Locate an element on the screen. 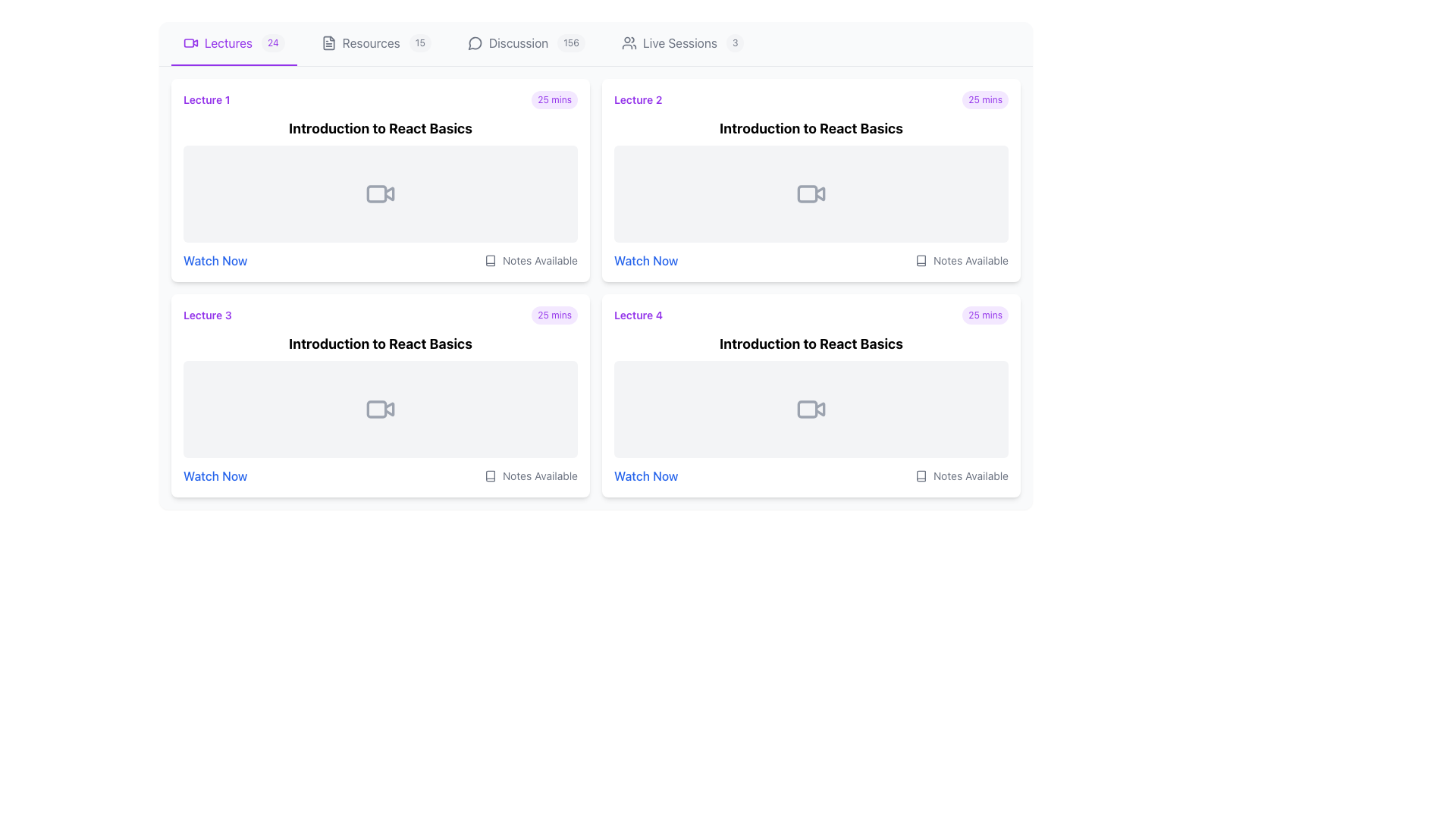  the text label that identifies the title of a lecture, located in the second row, first column of the lecture cards grid is located at coordinates (381, 344).